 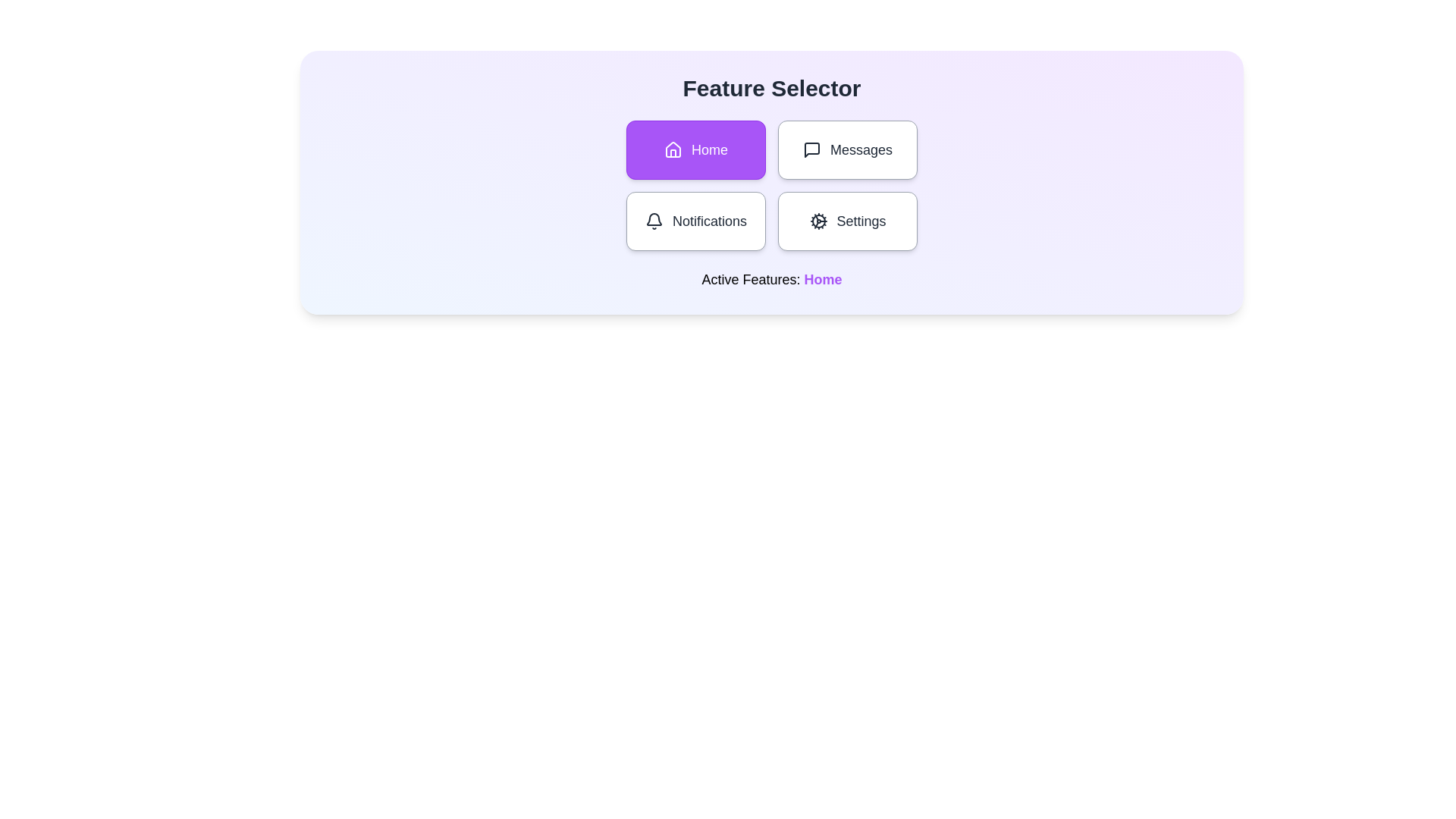 I want to click on the house icon within the active 'Home' button, so click(x=673, y=149).